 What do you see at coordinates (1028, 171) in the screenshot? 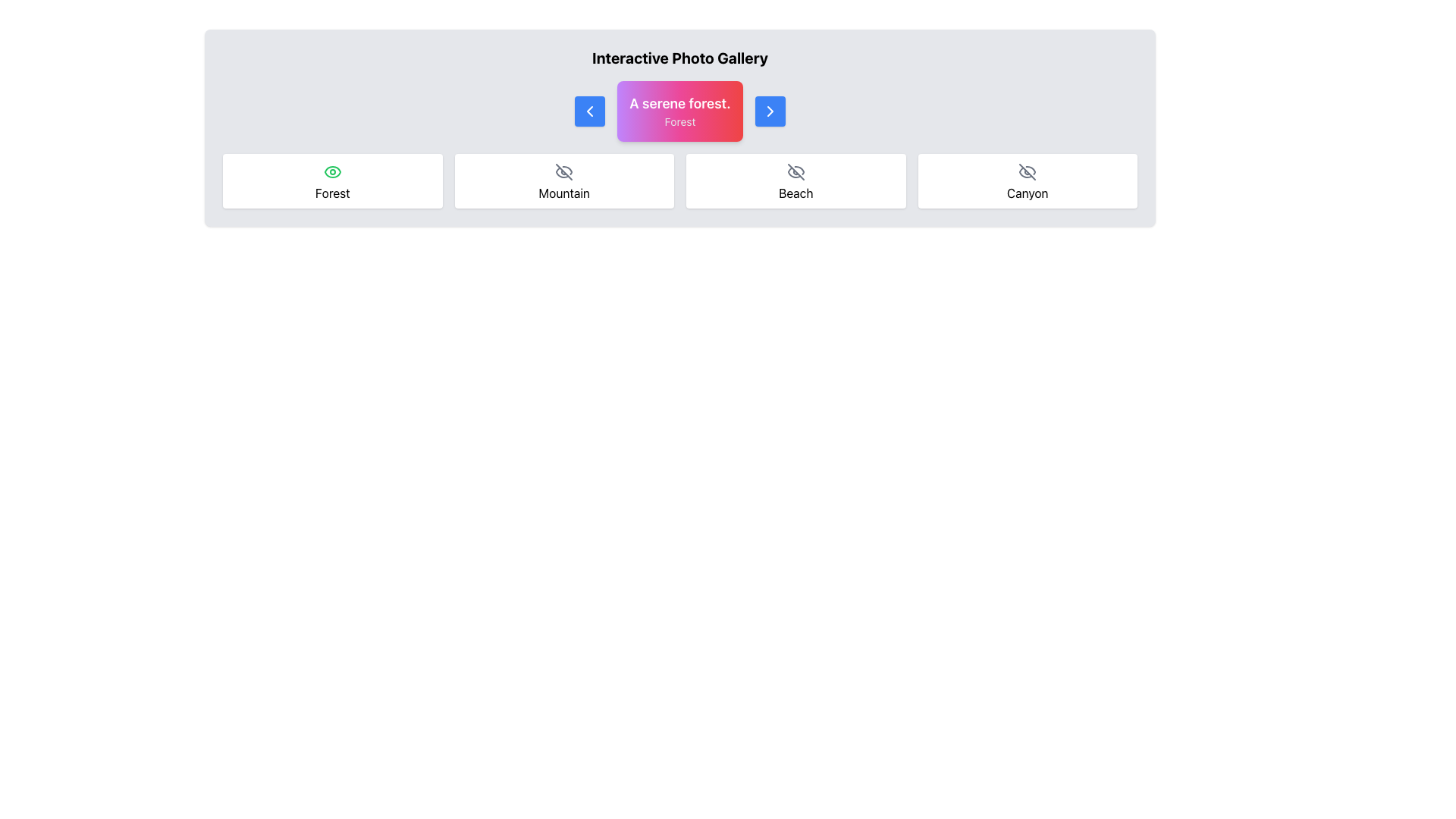
I see `the visibility toggle icon located within the 'Canyon' button to trigger the tooltip` at bounding box center [1028, 171].